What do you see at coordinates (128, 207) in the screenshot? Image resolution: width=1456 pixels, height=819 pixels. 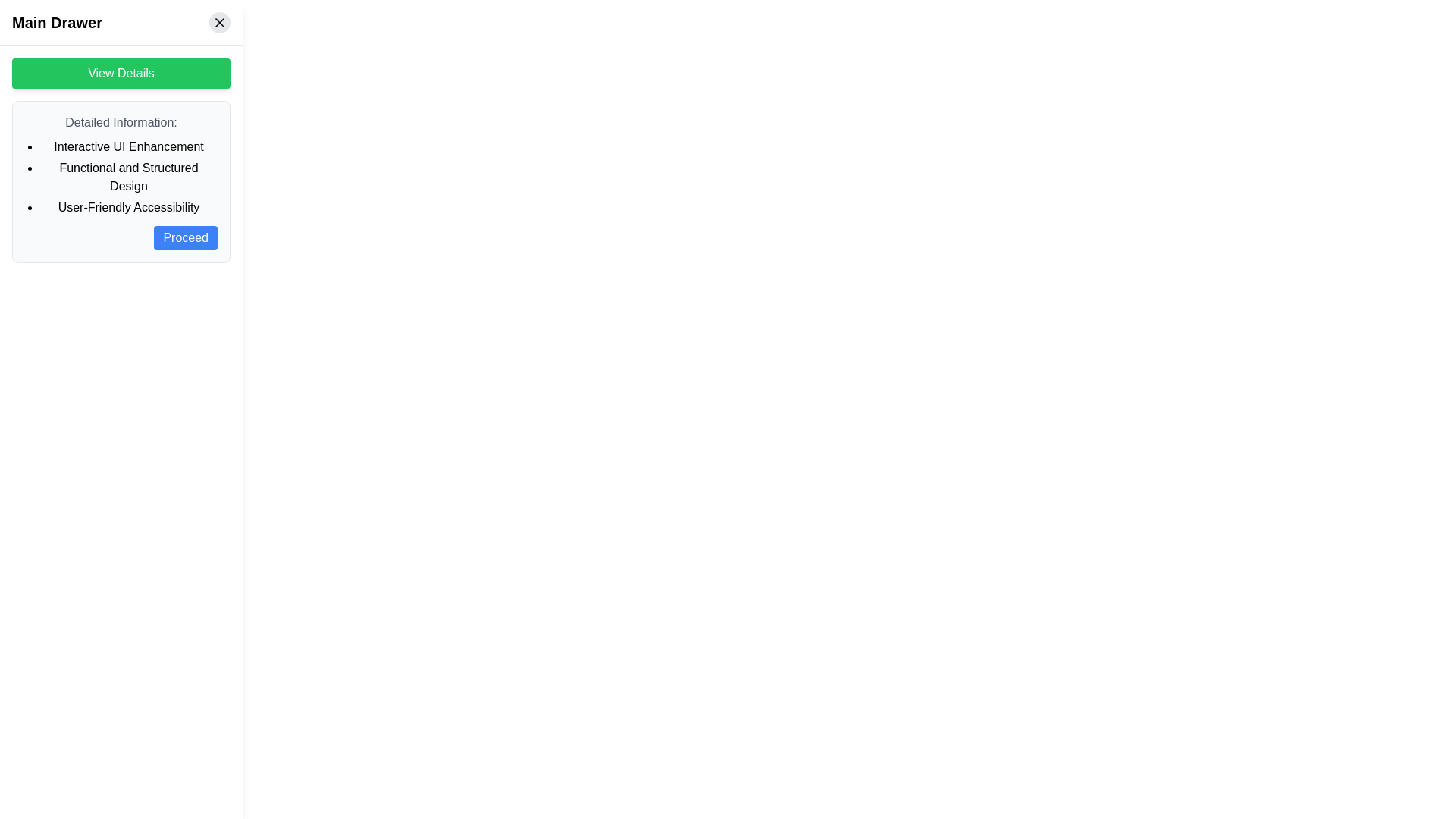 I see `the third informational text item in the 'Detailed Information' list, which describes a feature or attribute, positioned below 'Functional and Structured Design'` at bounding box center [128, 207].